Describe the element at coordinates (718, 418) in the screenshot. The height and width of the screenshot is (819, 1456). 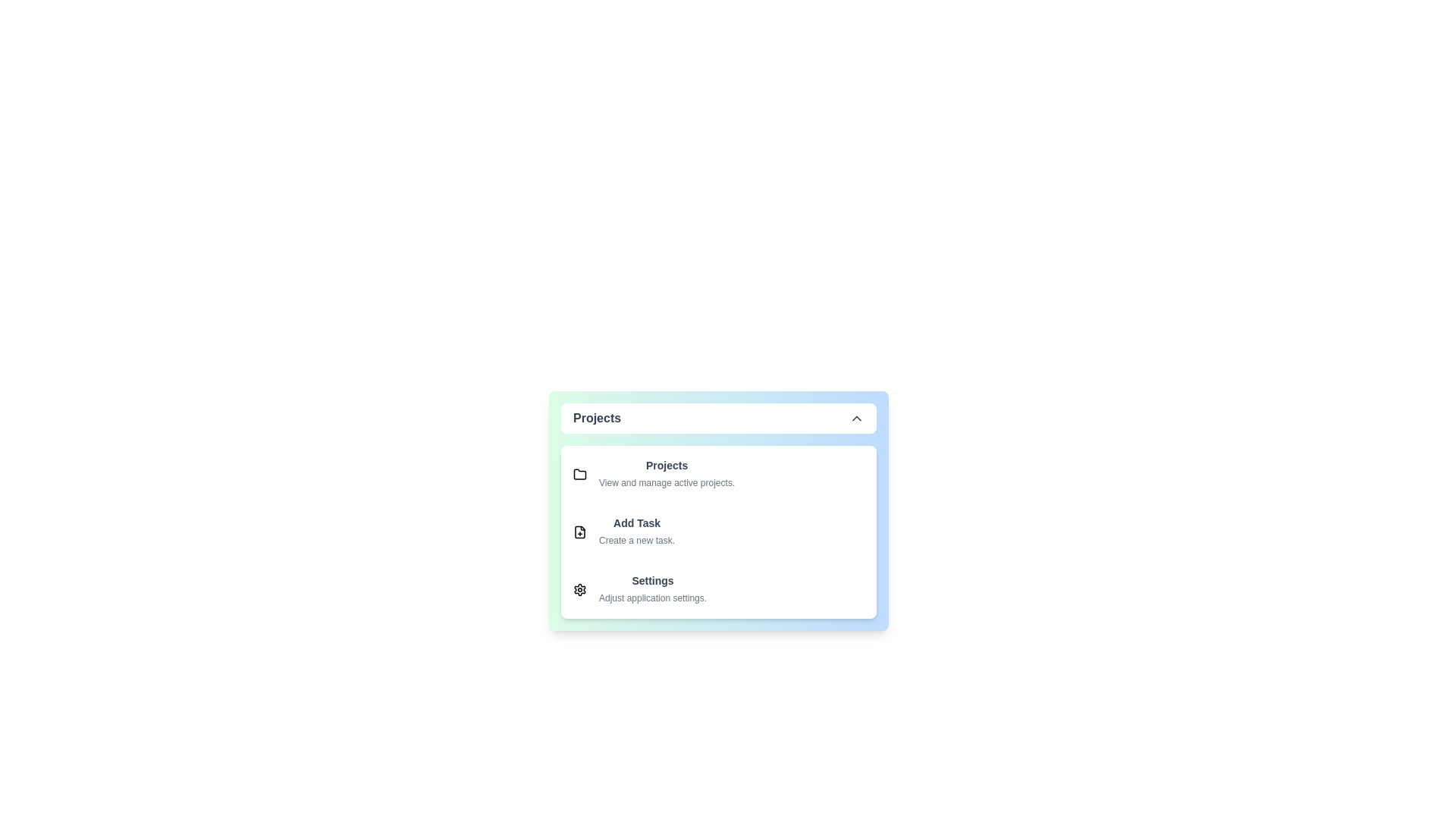
I see `toggle button to open or close the menu` at that location.